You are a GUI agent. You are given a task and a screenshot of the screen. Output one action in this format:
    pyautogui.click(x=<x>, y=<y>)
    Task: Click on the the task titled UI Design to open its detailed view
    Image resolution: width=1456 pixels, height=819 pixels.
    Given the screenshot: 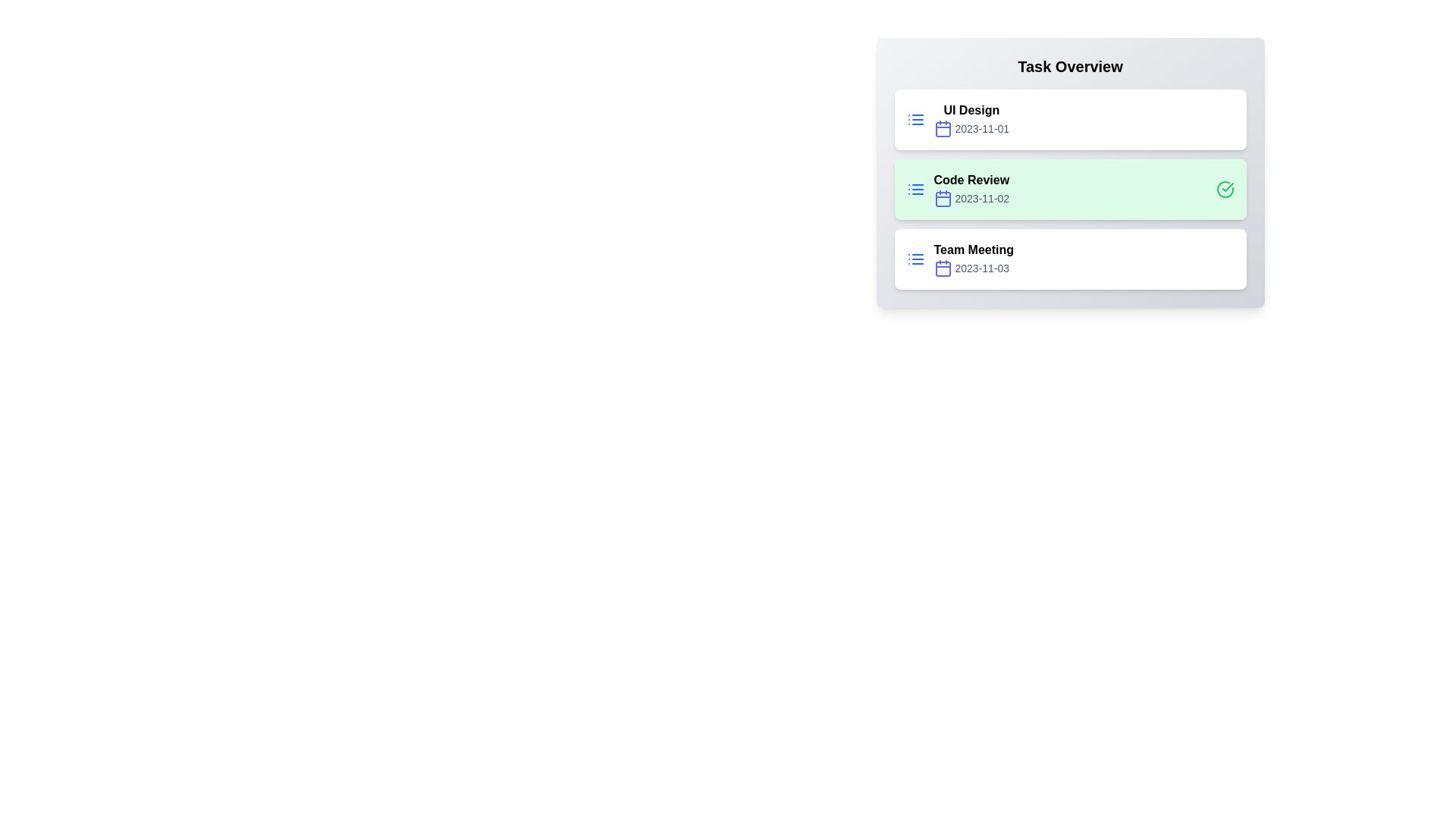 What is the action you would take?
    pyautogui.click(x=1069, y=119)
    